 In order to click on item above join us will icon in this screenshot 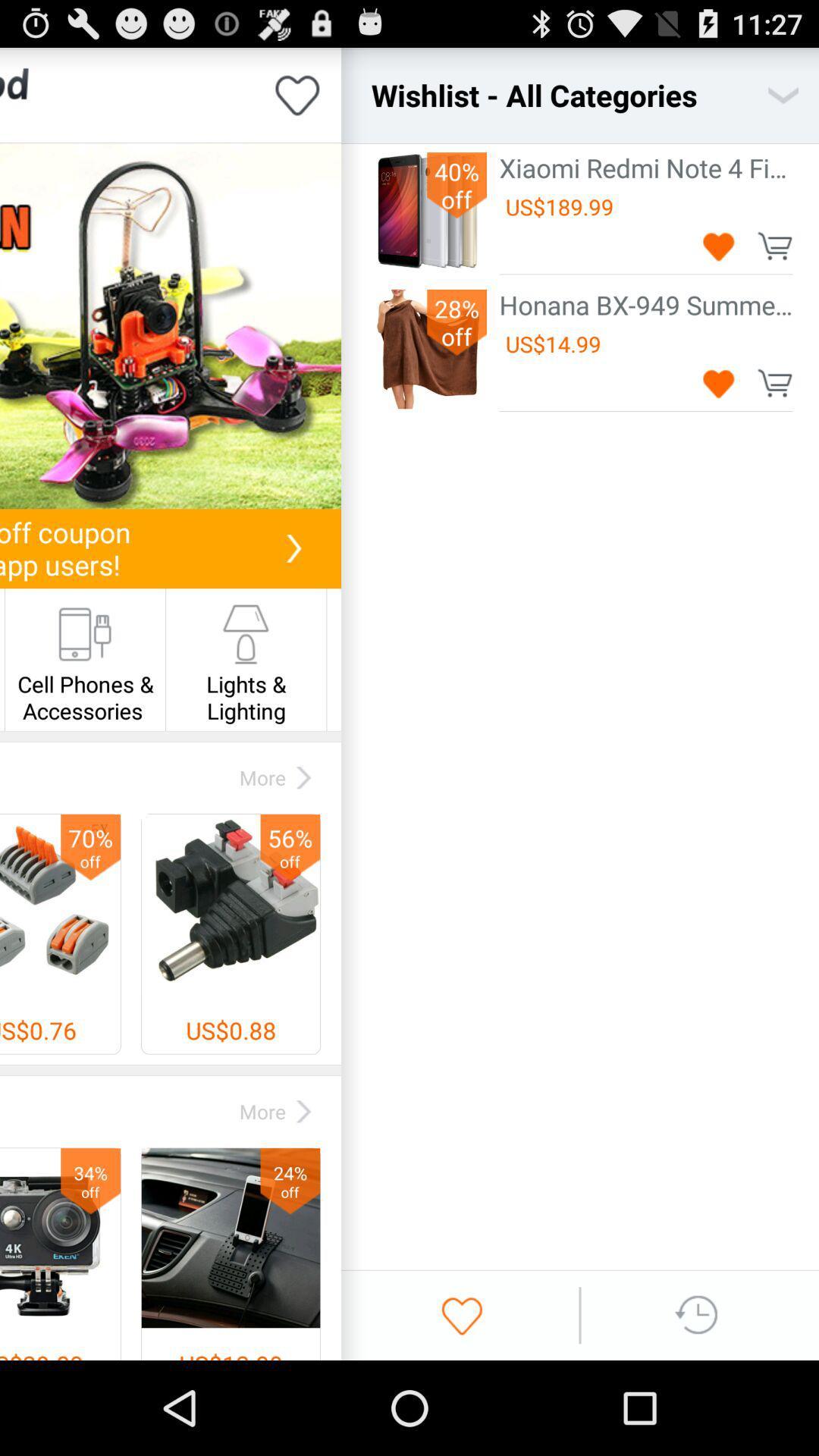, I will do `click(170, 325)`.